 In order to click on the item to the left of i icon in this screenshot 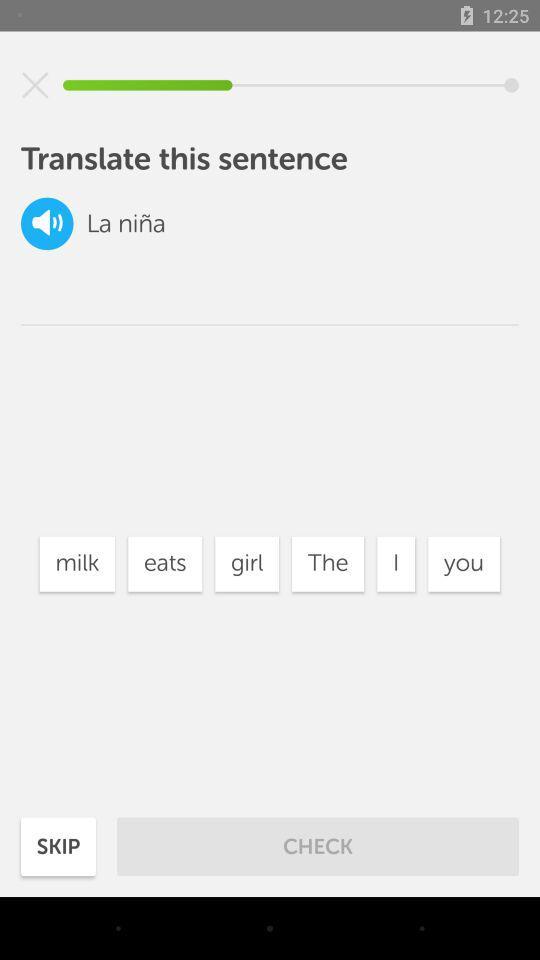, I will do `click(328, 564)`.